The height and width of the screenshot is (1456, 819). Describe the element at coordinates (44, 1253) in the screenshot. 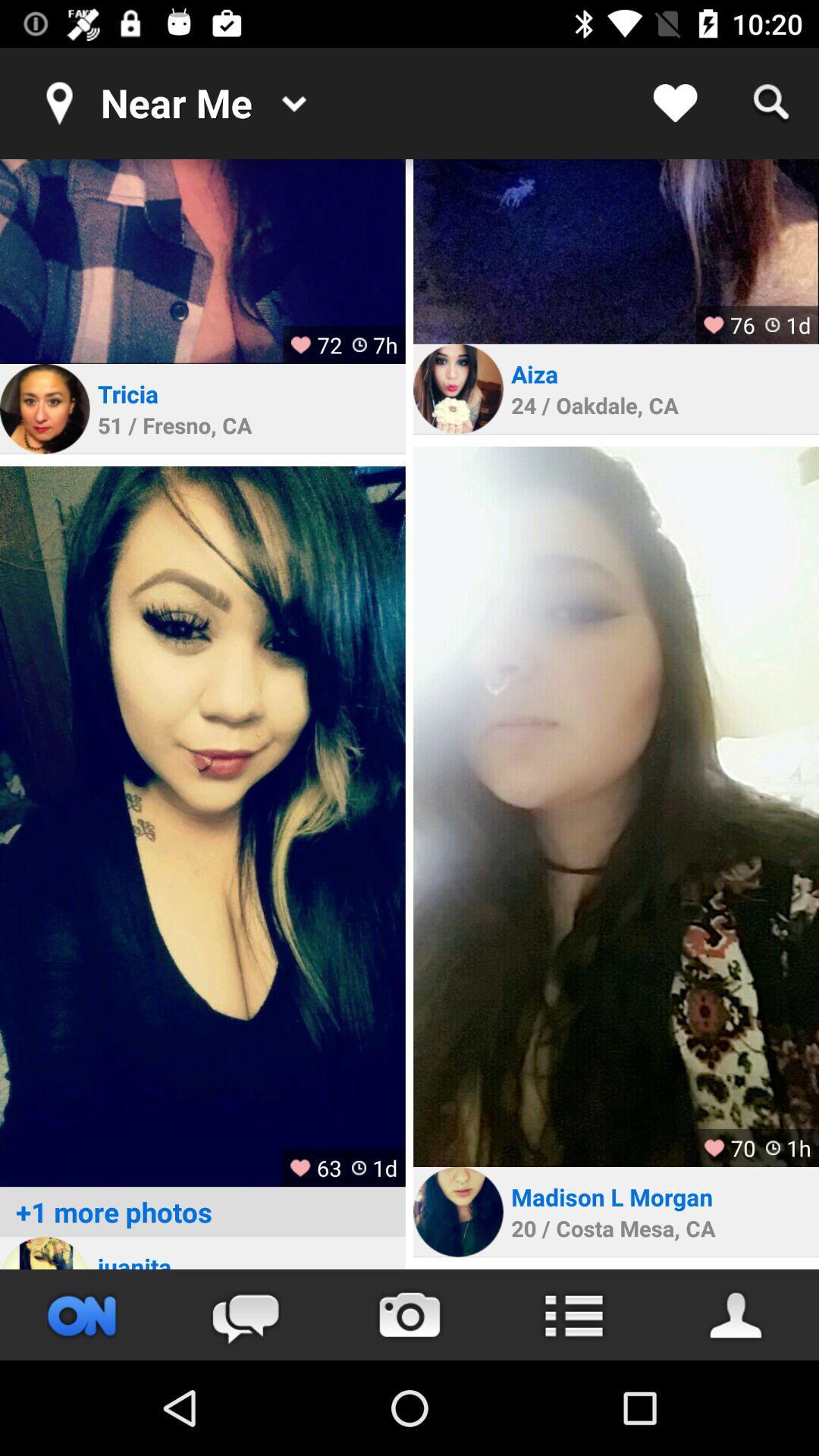

I see `advertisement` at that location.